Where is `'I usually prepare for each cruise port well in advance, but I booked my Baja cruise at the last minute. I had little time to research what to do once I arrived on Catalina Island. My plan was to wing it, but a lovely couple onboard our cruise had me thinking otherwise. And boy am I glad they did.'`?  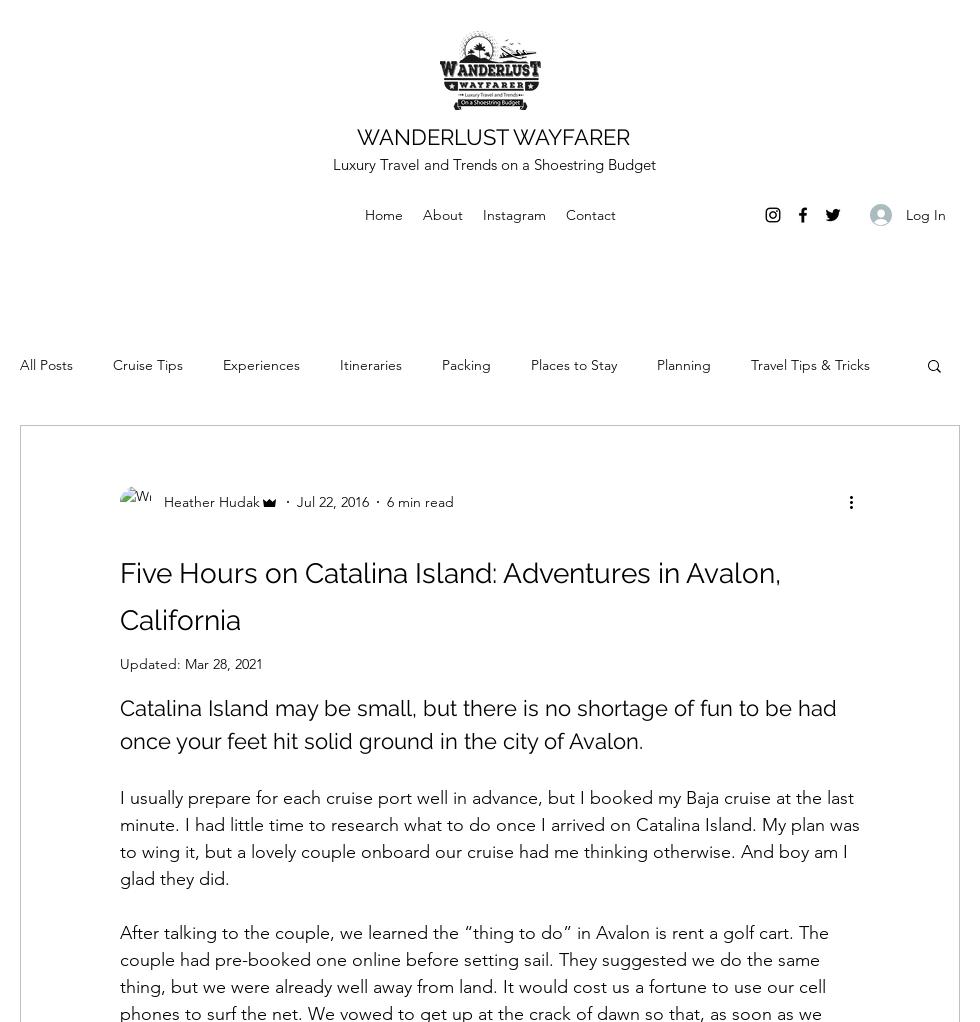 'I usually prepare for each cruise port well in advance, but I booked my Baja cruise at the last minute. I had little time to research what to do once I arrived on Catalina Island. My plan was to wing it, but a lovely couple onboard our cruise had me thinking otherwise. And boy am I glad they did.' is located at coordinates (492, 837).